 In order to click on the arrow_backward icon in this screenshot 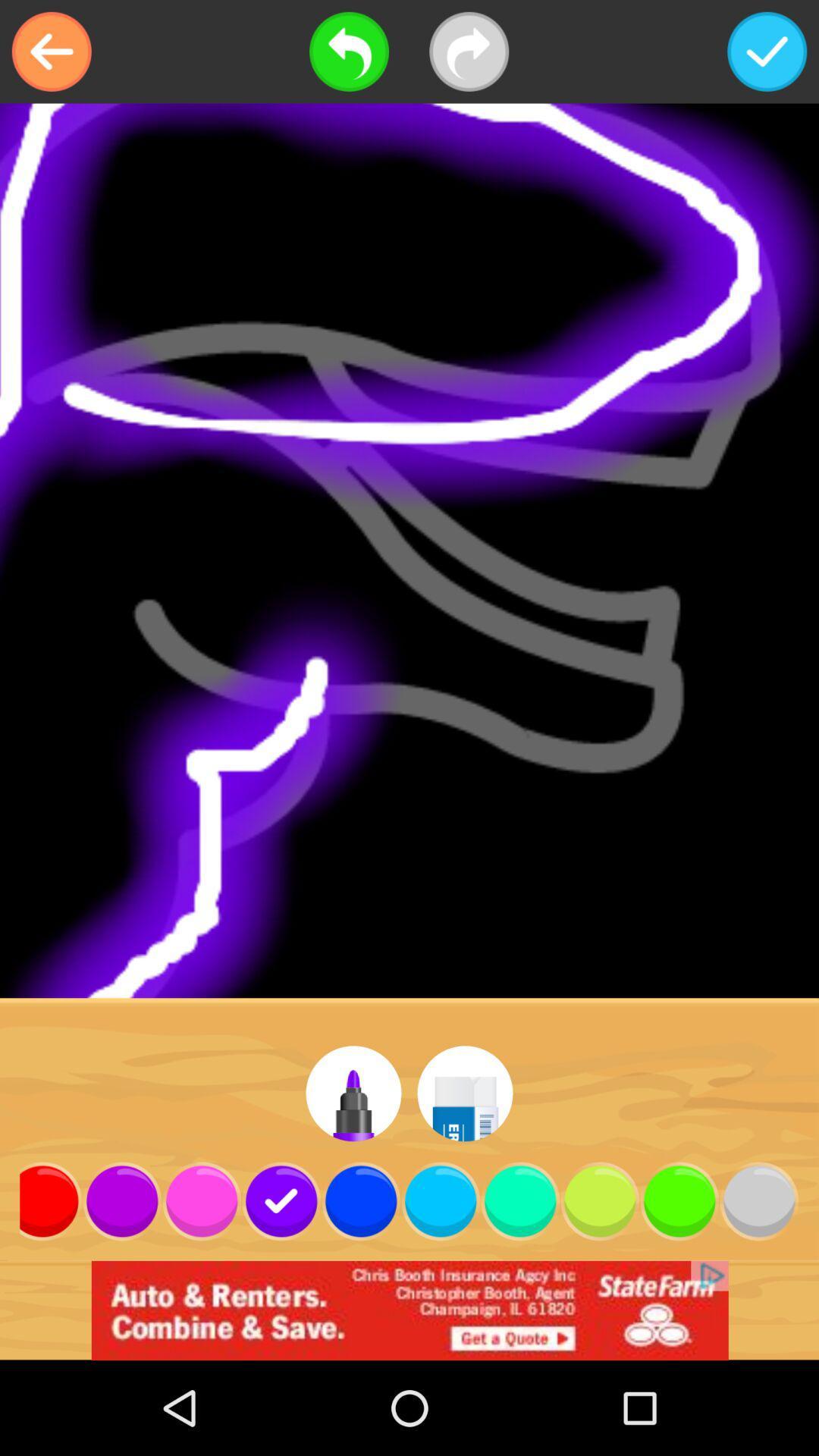, I will do `click(51, 52)`.